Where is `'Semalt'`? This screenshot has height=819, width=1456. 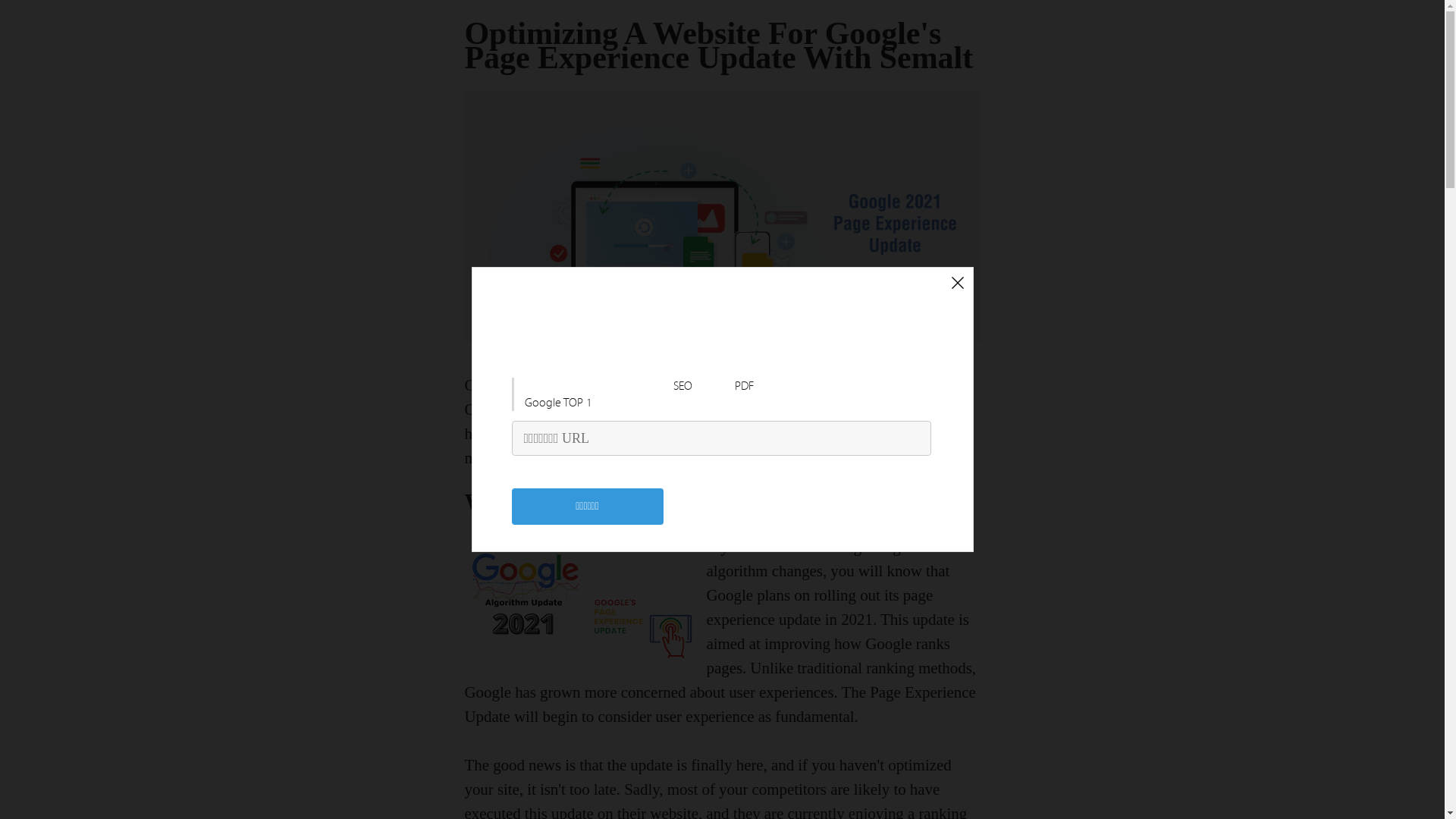 'Semalt' is located at coordinates (585, 409).